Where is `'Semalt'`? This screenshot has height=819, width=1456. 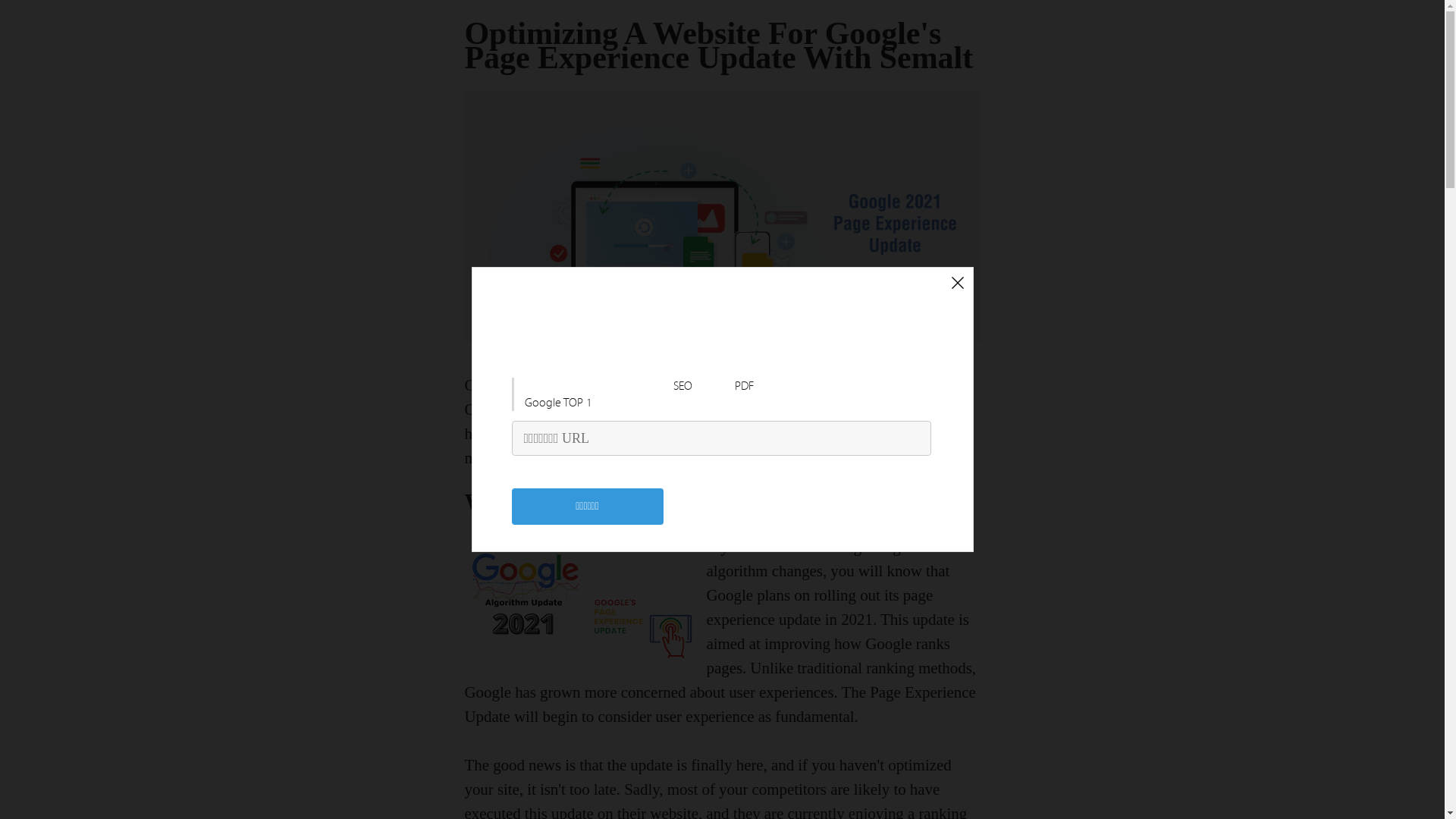 'Semalt' is located at coordinates (585, 409).